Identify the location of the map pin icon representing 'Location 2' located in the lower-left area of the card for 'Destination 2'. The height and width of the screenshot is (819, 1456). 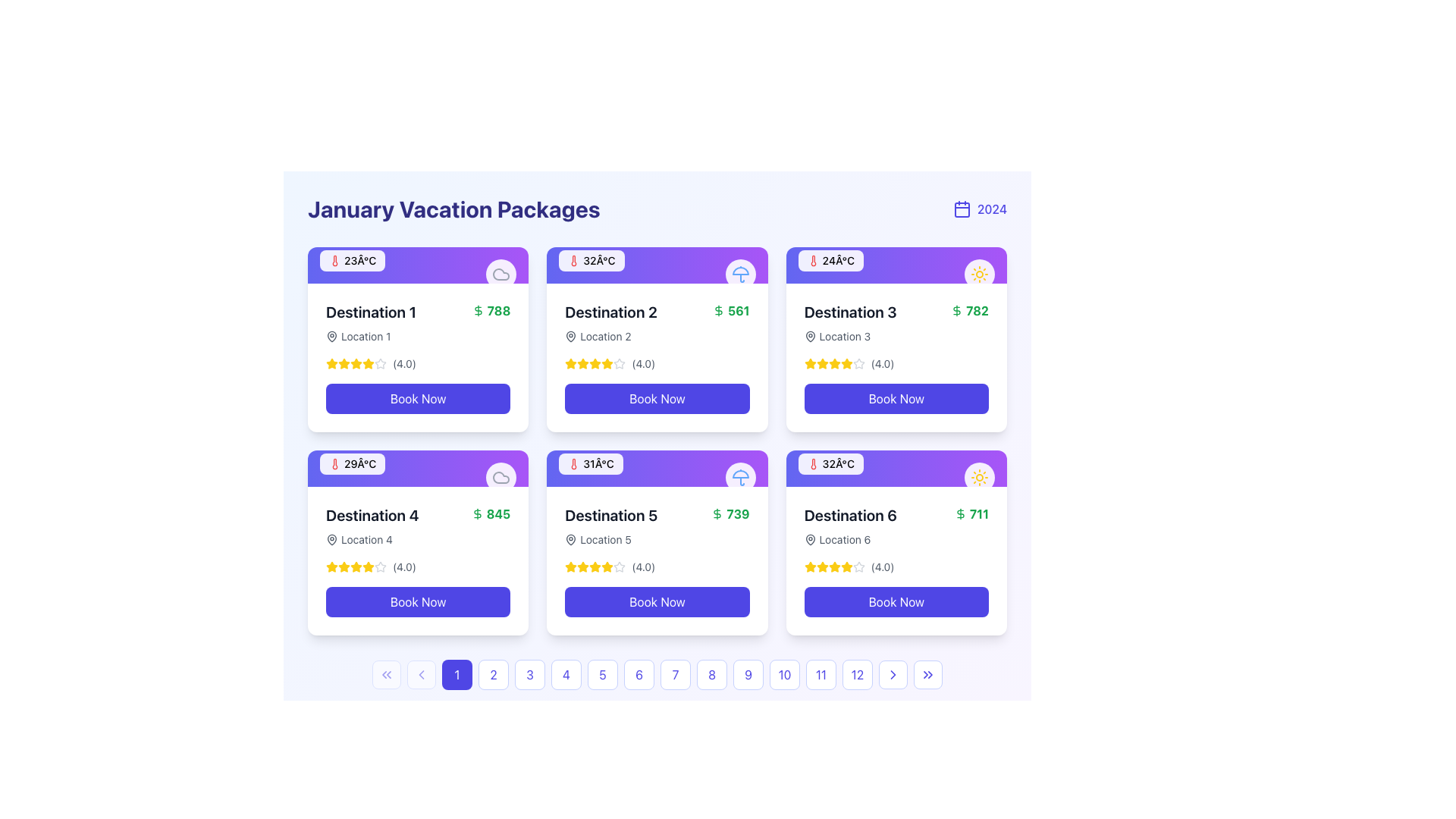
(570, 335).